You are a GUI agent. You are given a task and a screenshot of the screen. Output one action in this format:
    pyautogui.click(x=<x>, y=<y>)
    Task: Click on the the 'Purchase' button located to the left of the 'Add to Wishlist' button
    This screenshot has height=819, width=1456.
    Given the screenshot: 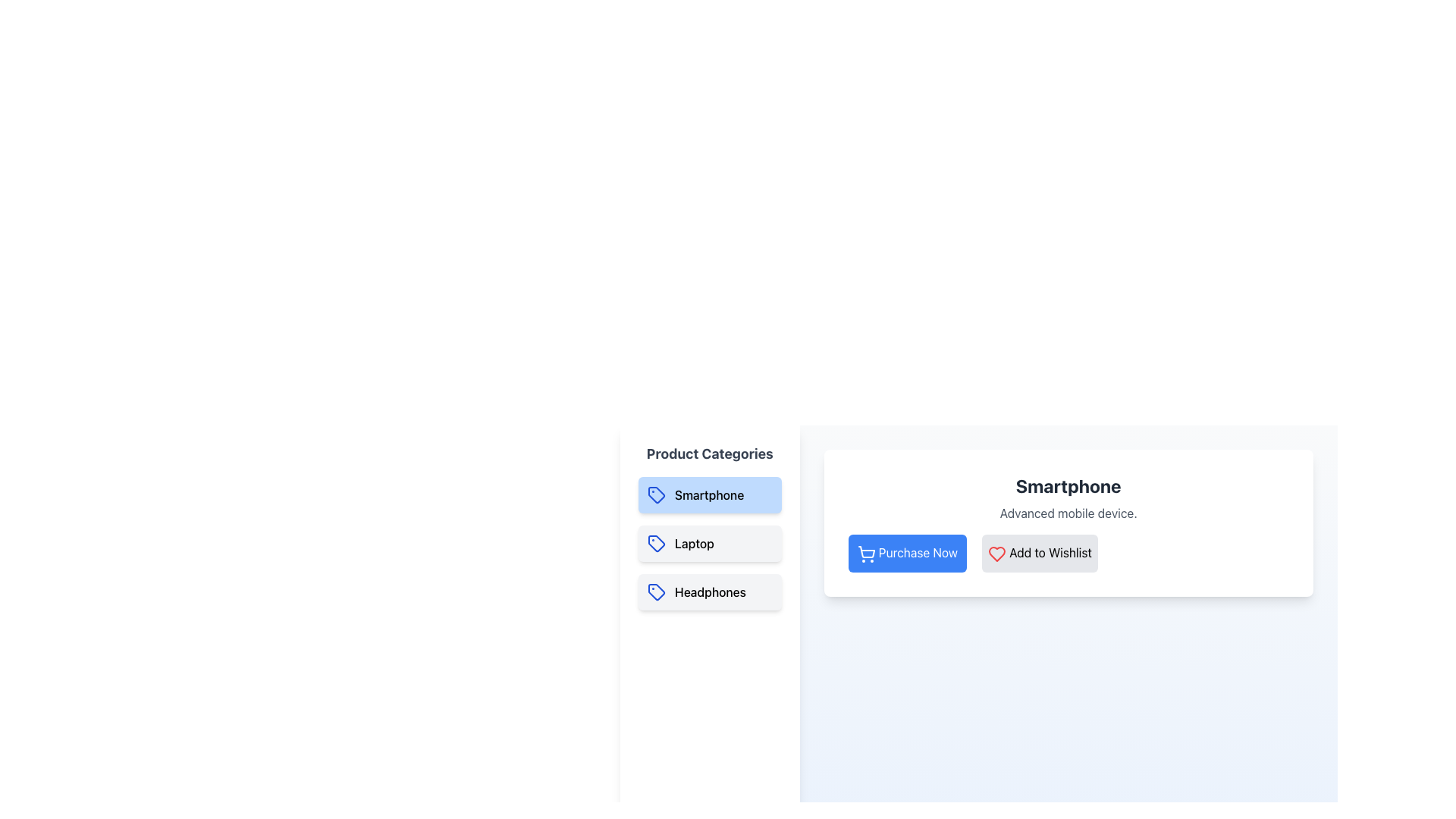 What is the action you would take?
    pyautogui.click(x=907, y=553)
    